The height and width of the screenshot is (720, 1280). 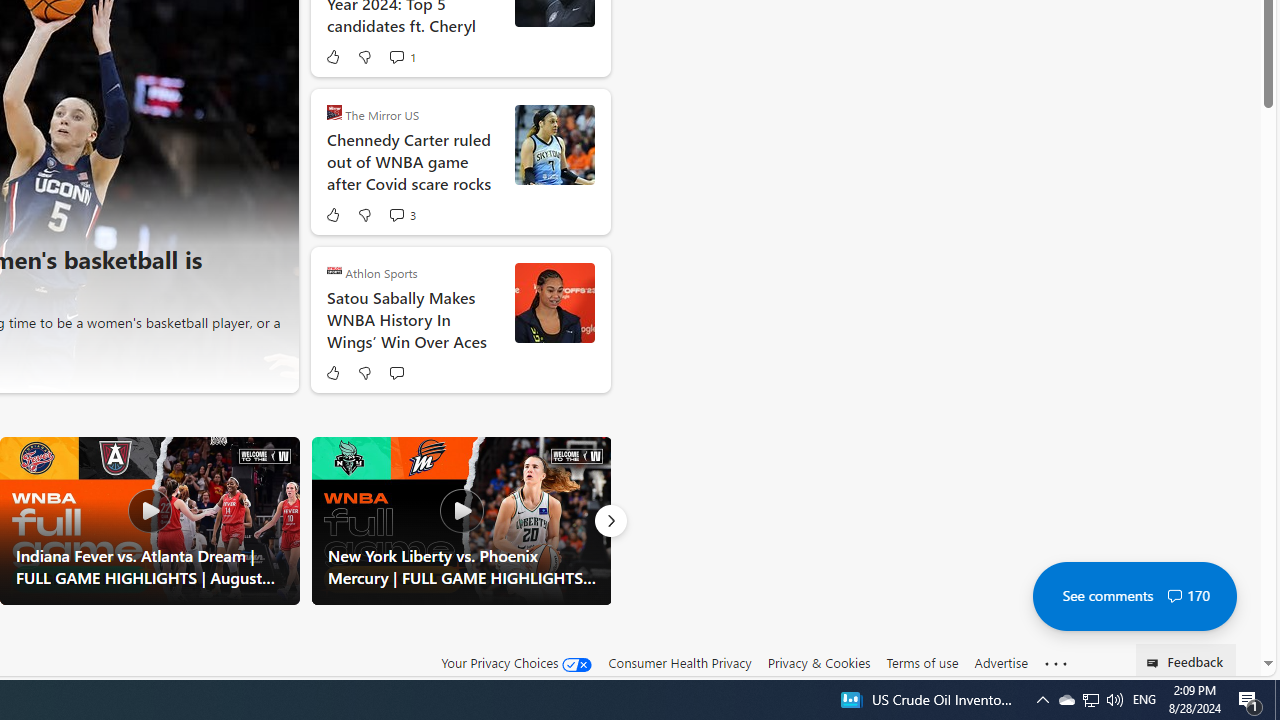 What do you see at coordinates (921, 662) in the screenshot?
I see `'Terms of use'` at bounding box center [921, 662].